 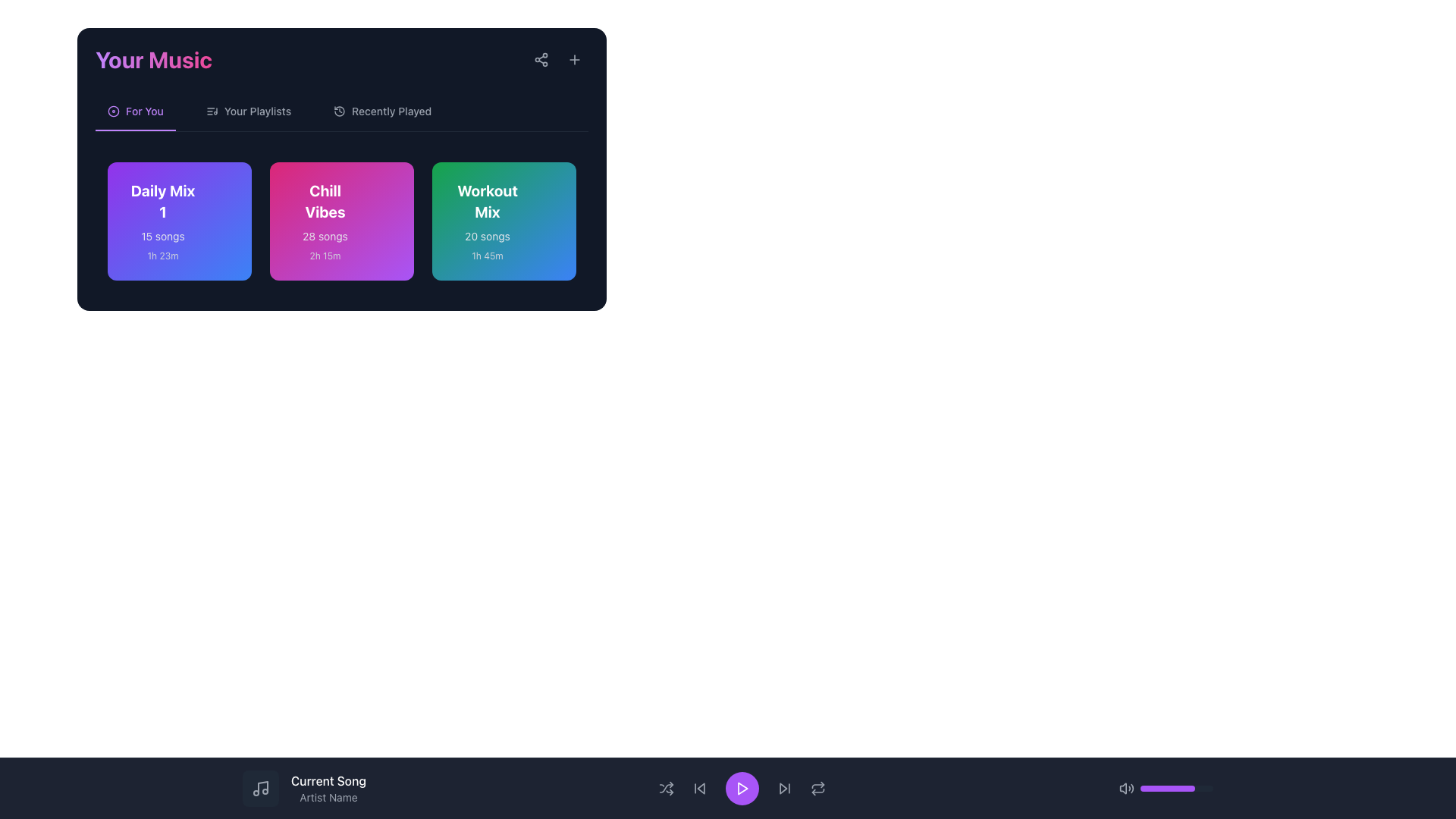 What do you see at coordinates (163, 256) in the screenshot?
I see `the text label displaying '1h 23m' which is styled in gray and positioned below the '15 songs' title in the 'Daily Mix 1' playlist card` at bounding box center [163, 256].